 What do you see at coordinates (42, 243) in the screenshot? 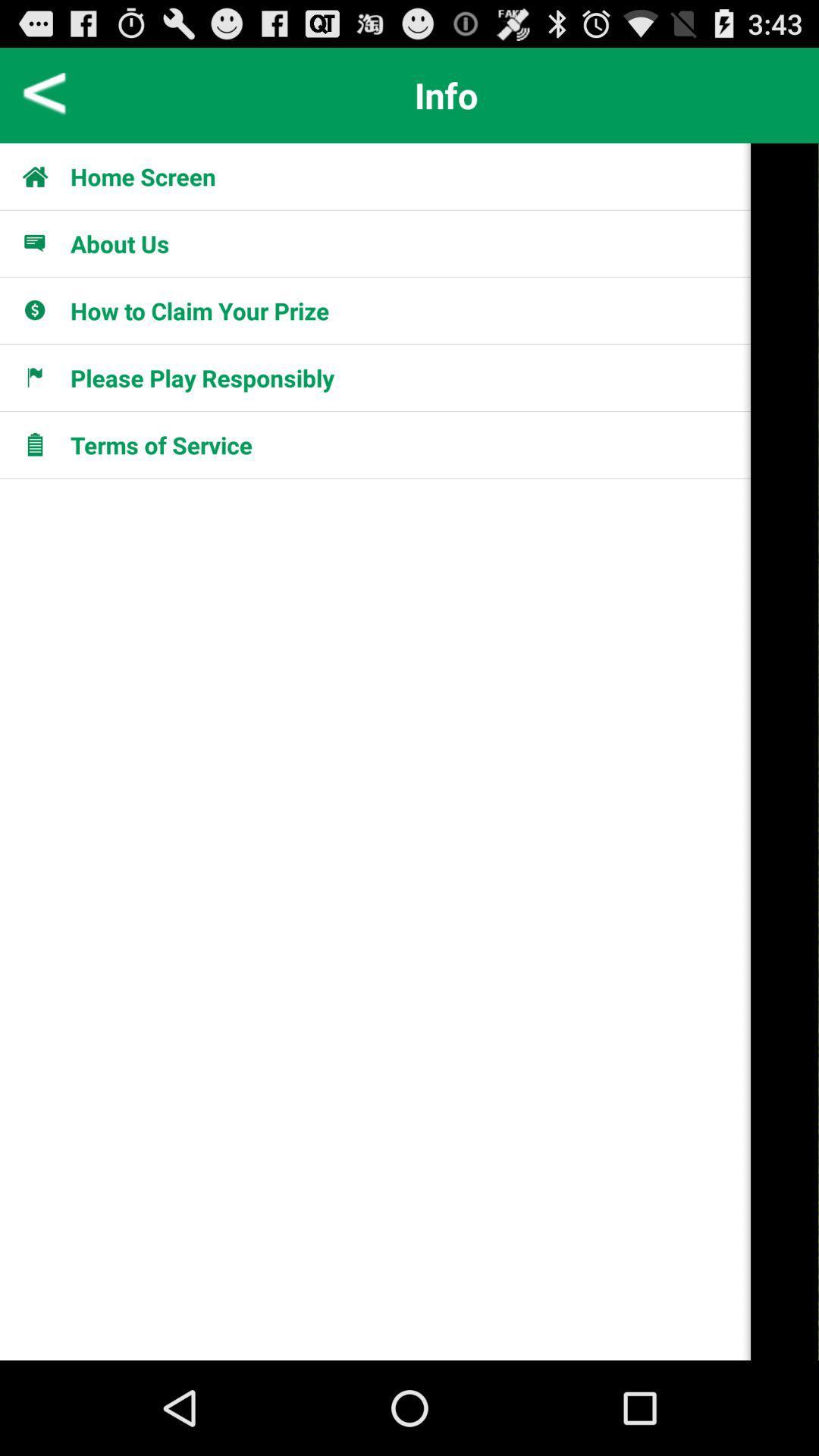
I see `item next to the about us icon` at bounding box center [42, 243].